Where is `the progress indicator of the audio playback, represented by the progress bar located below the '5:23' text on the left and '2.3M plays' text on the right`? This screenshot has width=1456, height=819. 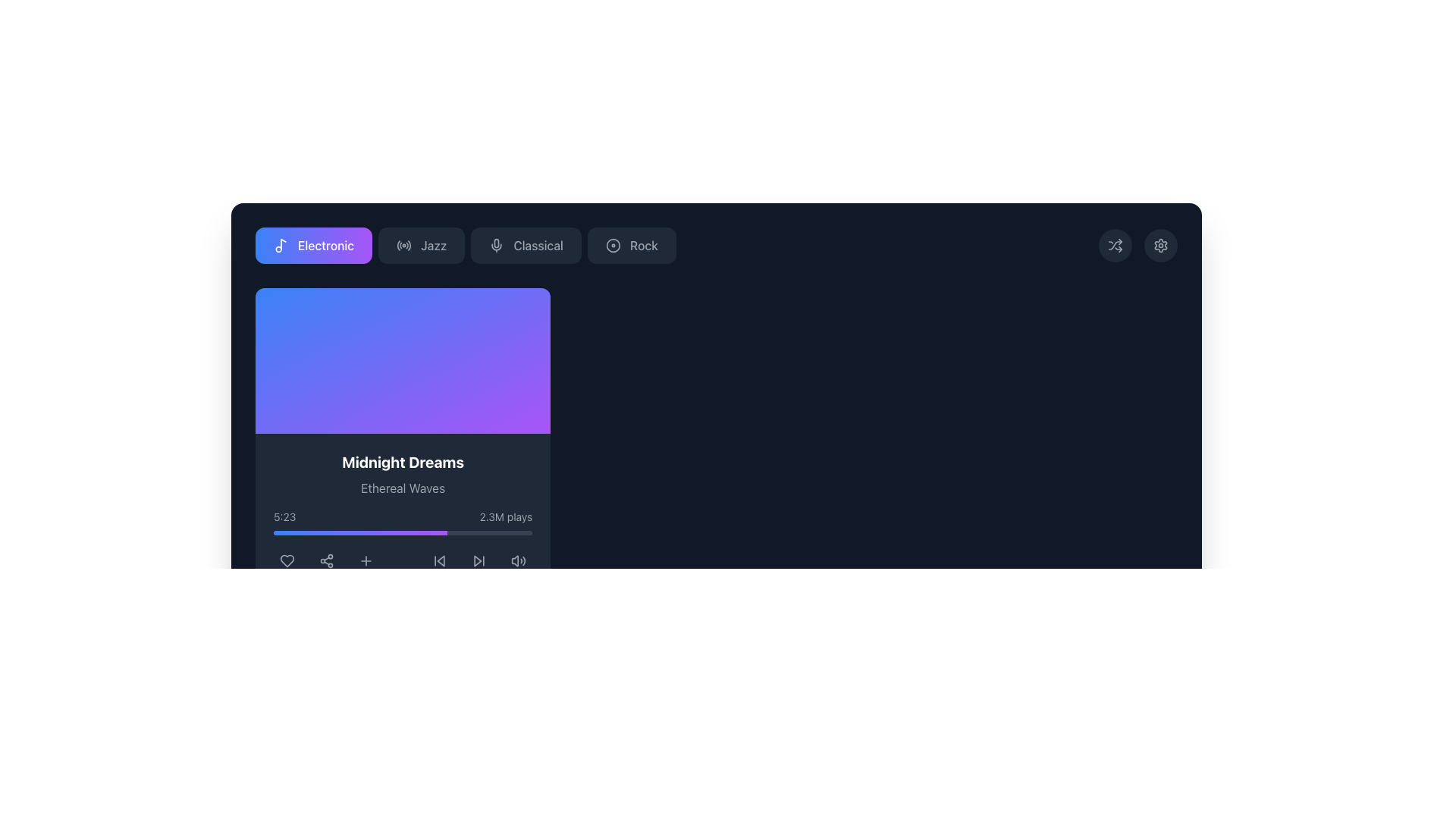 the progress indicator of the audio playback, represented by the progress bar located below the '5:23' text on the left and '2.3M plays' text on the right is located at coordinates (403, 532).